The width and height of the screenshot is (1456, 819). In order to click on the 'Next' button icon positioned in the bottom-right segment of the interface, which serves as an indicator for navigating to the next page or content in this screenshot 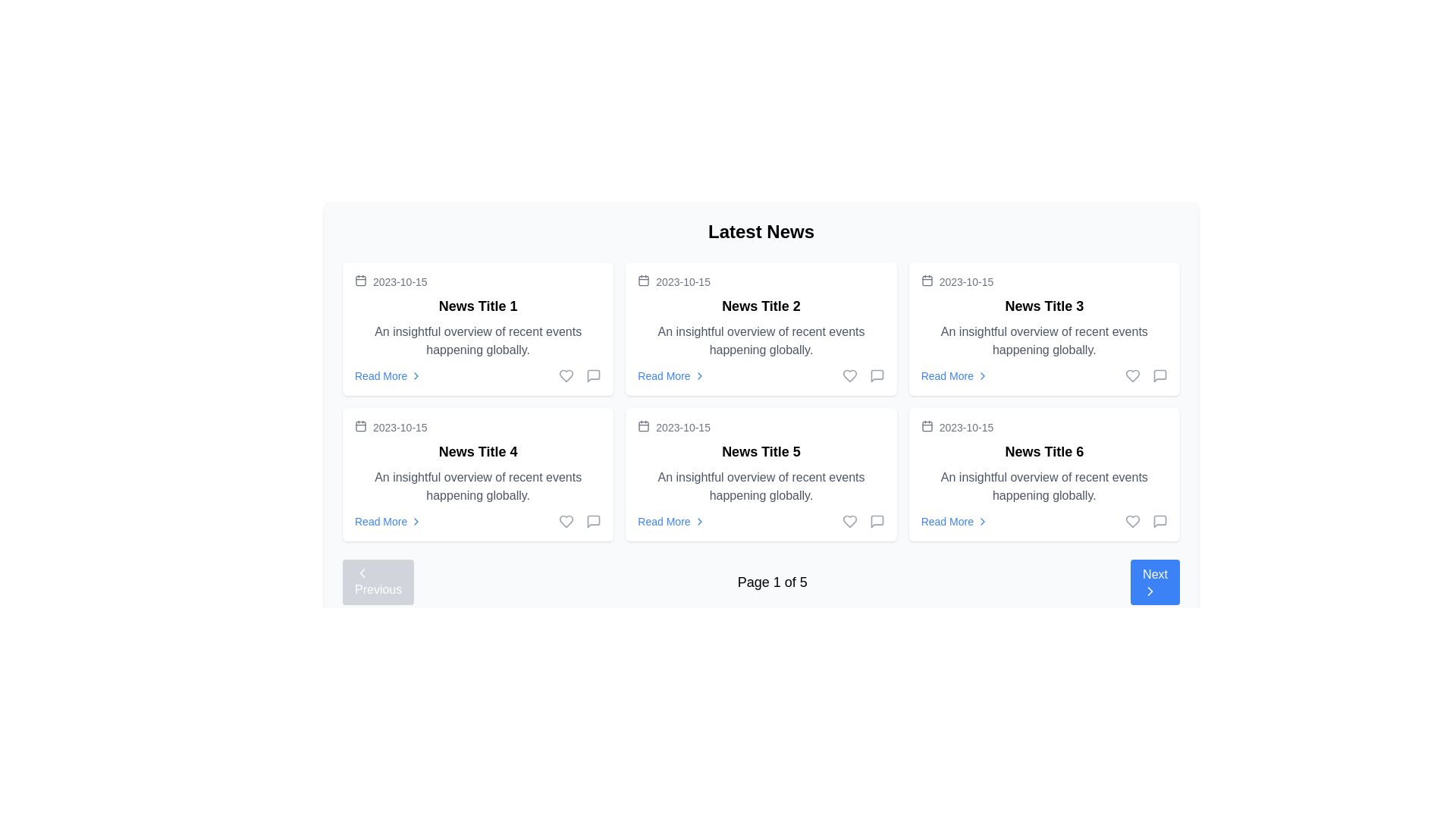, I will do `click(1150, 590)`.